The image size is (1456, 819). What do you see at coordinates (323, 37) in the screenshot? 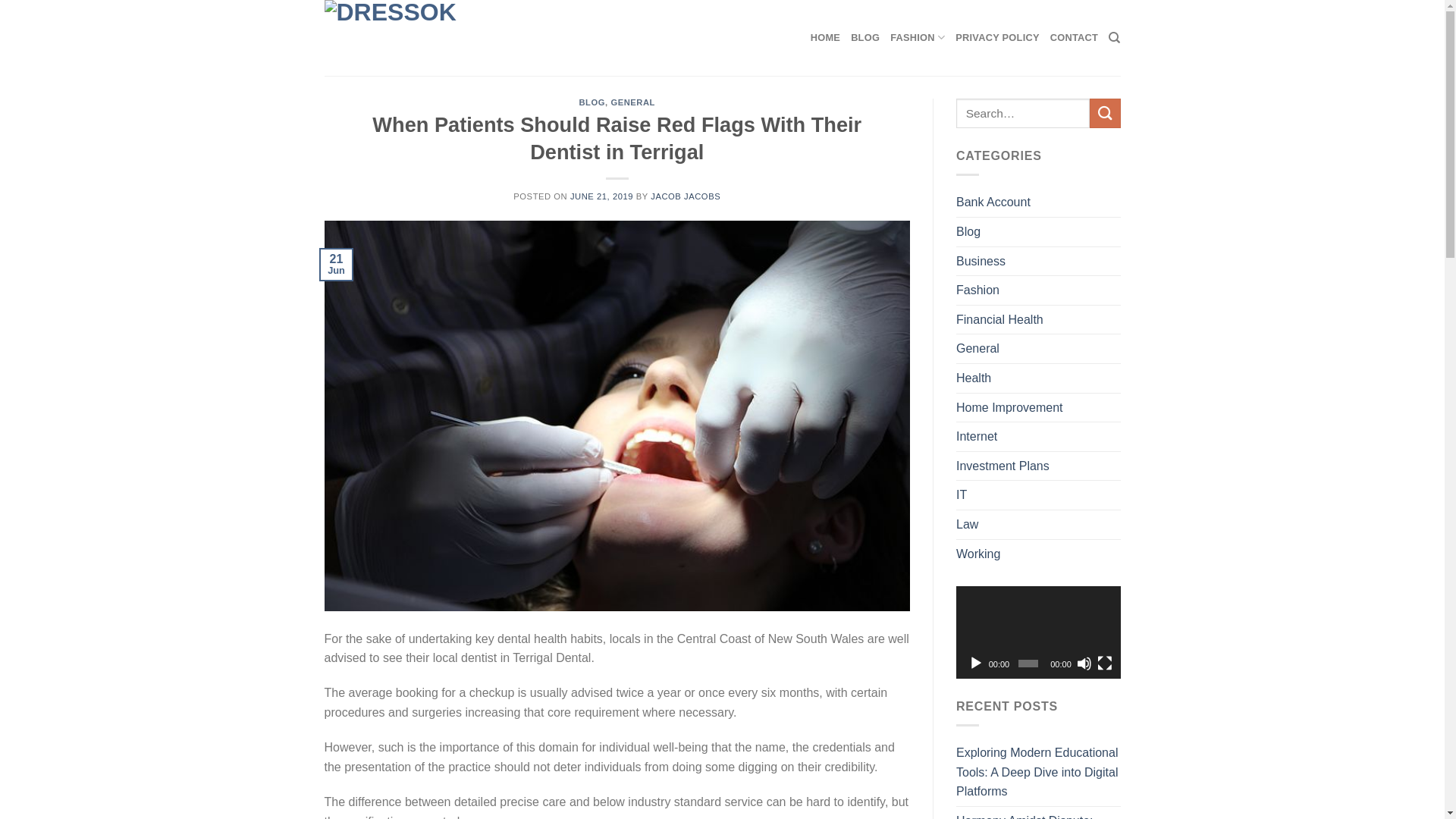
I see `'DressOK - Trendy and techy news'` at bounding box center [323, 37].